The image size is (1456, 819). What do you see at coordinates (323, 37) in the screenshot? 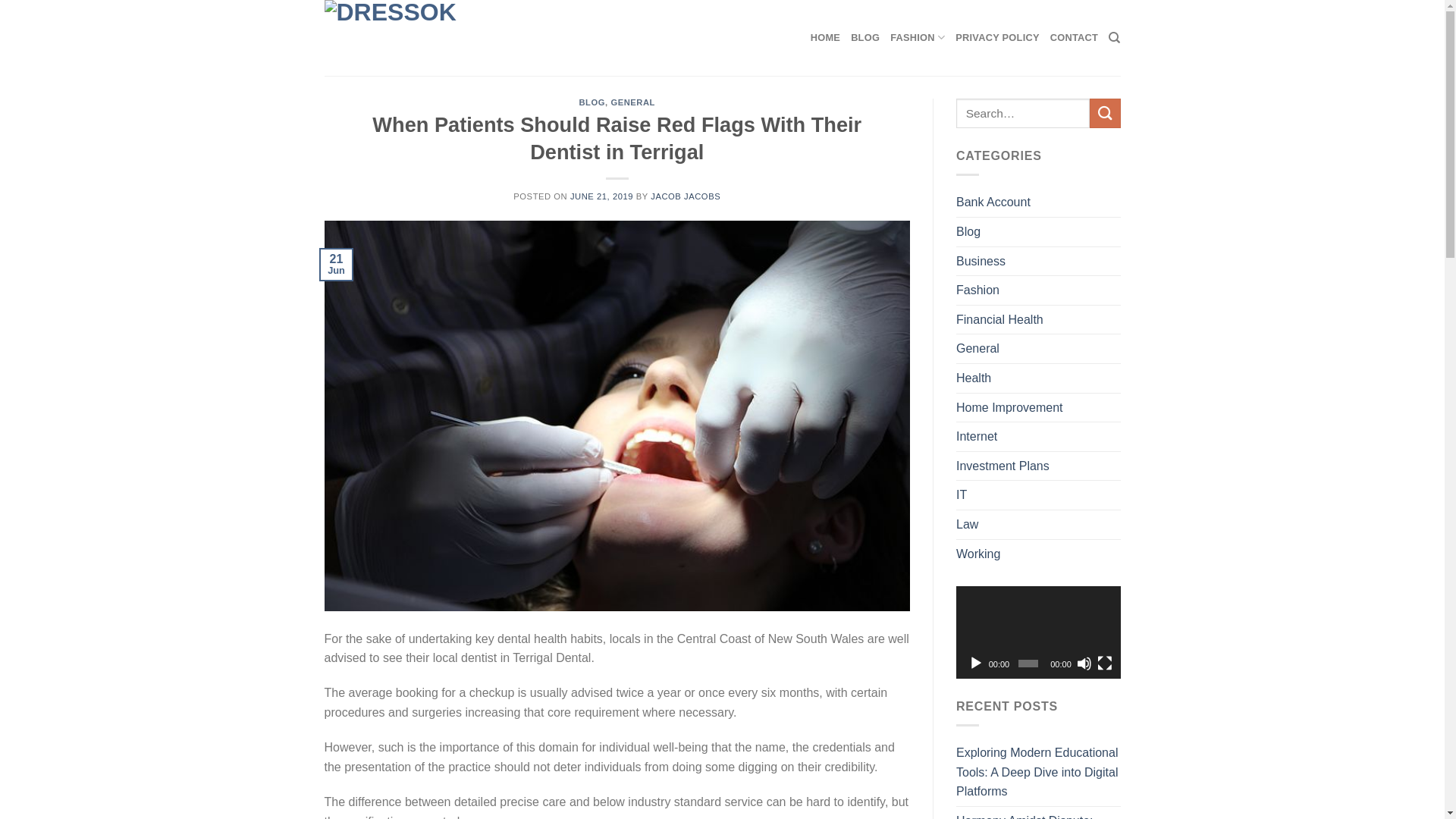
I see `'DressOK - Trendy and techy news'` at bounding box center [323, 37].